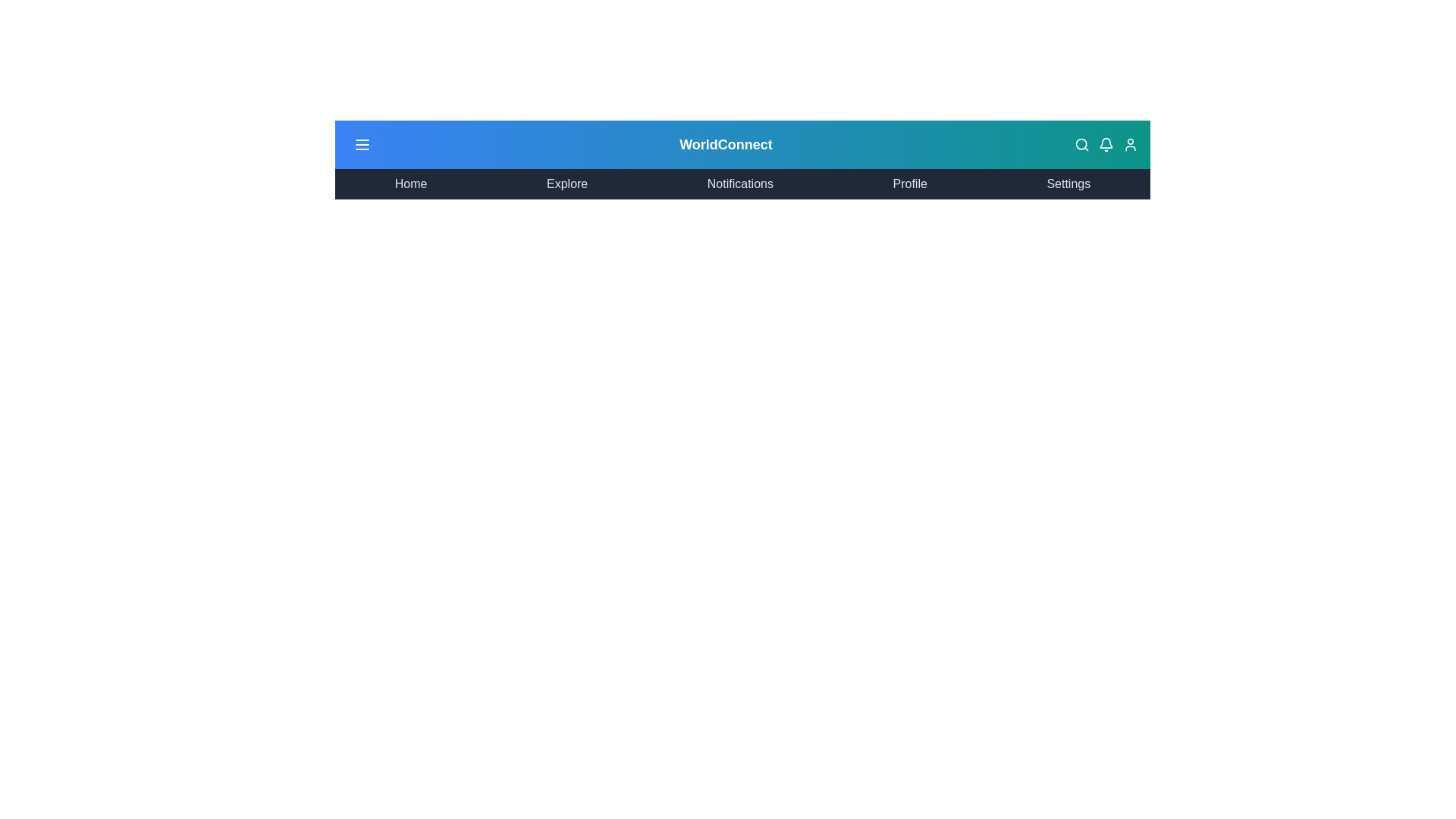  What do you see at coordinates (566, 184) in the screenshot?
I see `the menu item corresponding to Explore` at bounding box center [566, 184].